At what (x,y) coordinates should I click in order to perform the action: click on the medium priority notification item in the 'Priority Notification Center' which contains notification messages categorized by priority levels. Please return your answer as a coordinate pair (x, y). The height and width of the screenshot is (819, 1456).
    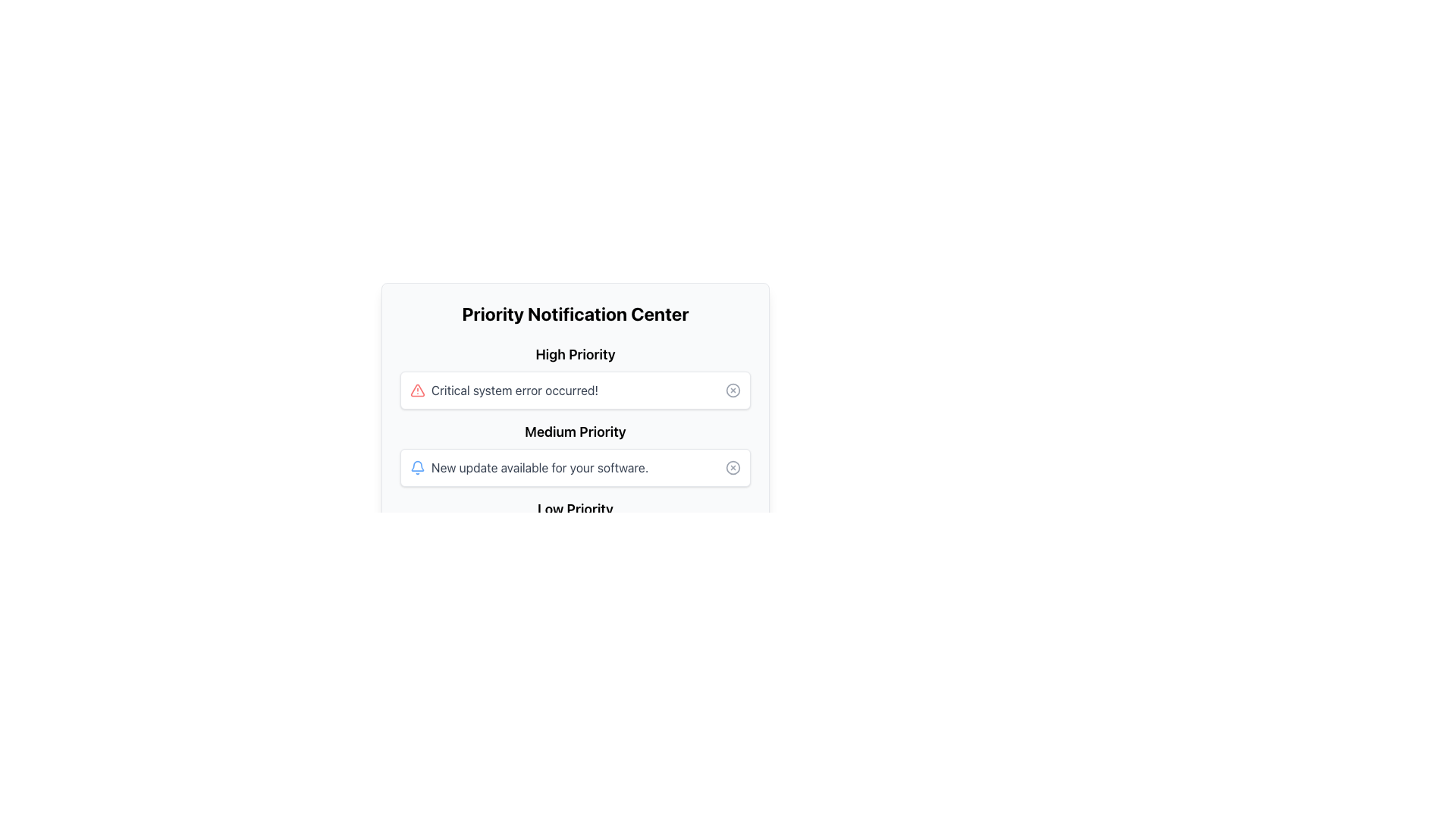
    Looking at the image, I should click on (574, 453).